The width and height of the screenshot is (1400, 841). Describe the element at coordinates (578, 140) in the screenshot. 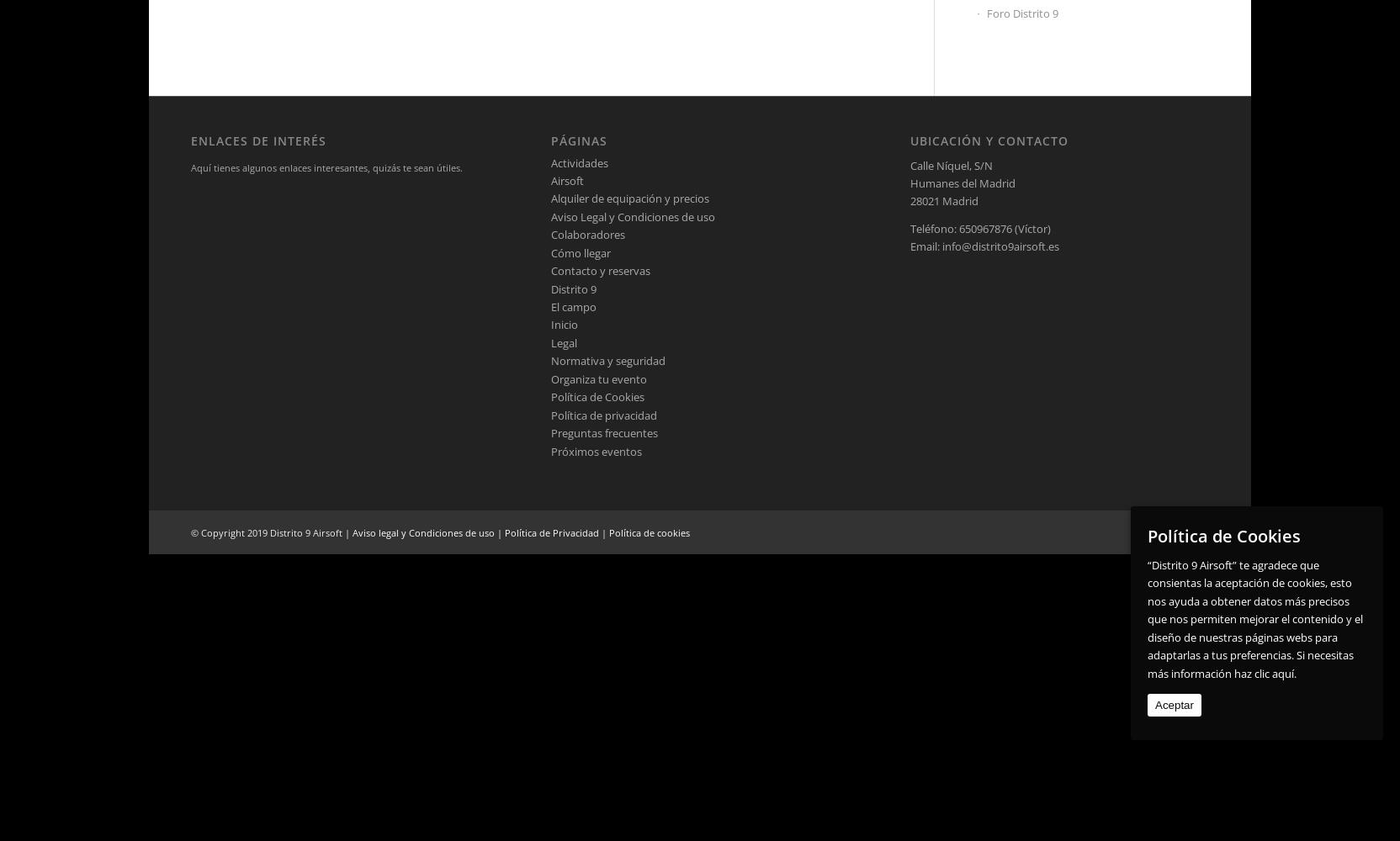

I see `'Páginas'` at that location.